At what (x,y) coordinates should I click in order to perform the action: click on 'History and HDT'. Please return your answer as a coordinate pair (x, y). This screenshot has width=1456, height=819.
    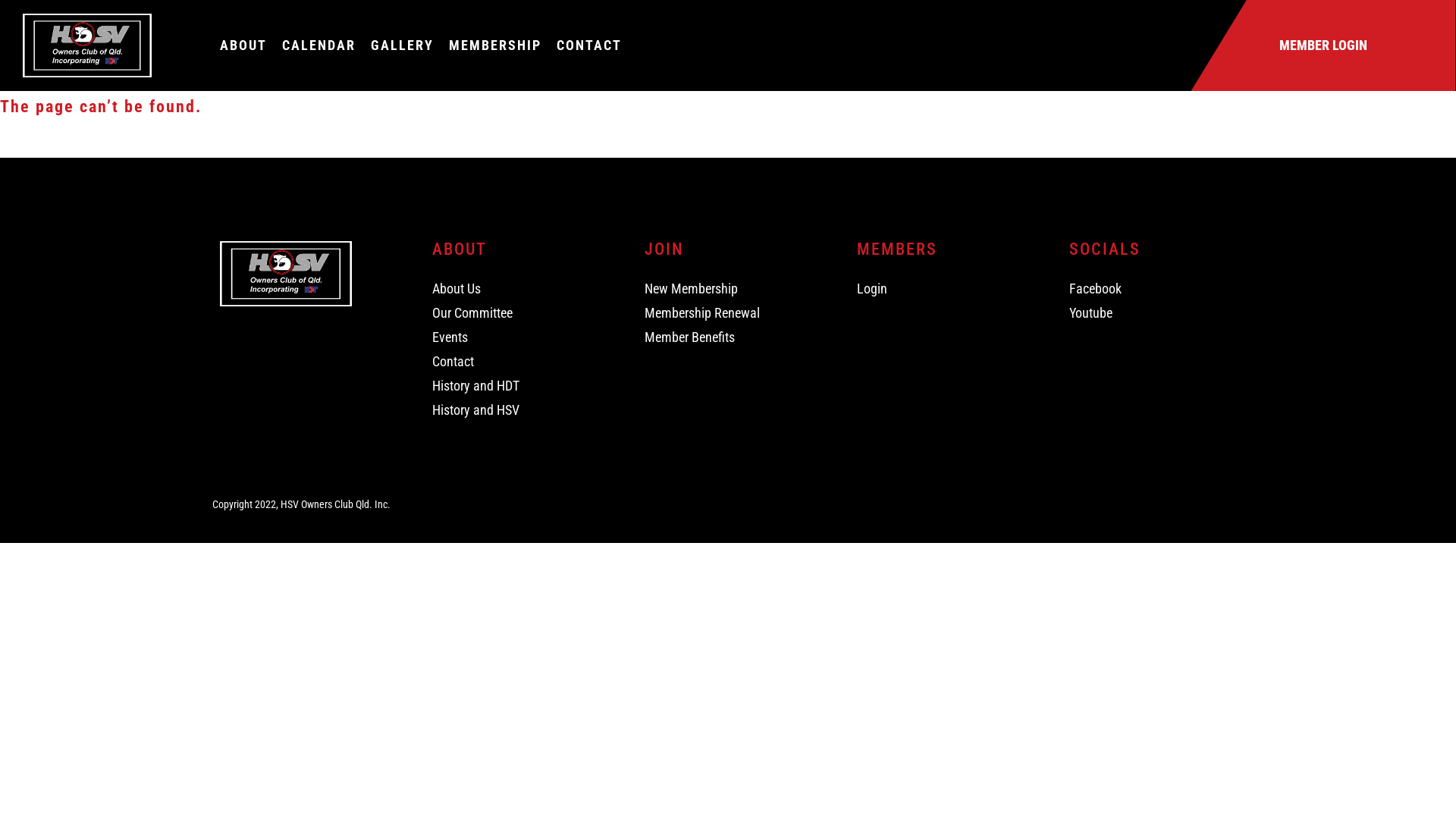
    Looking at the image, I should click on (431, 385).